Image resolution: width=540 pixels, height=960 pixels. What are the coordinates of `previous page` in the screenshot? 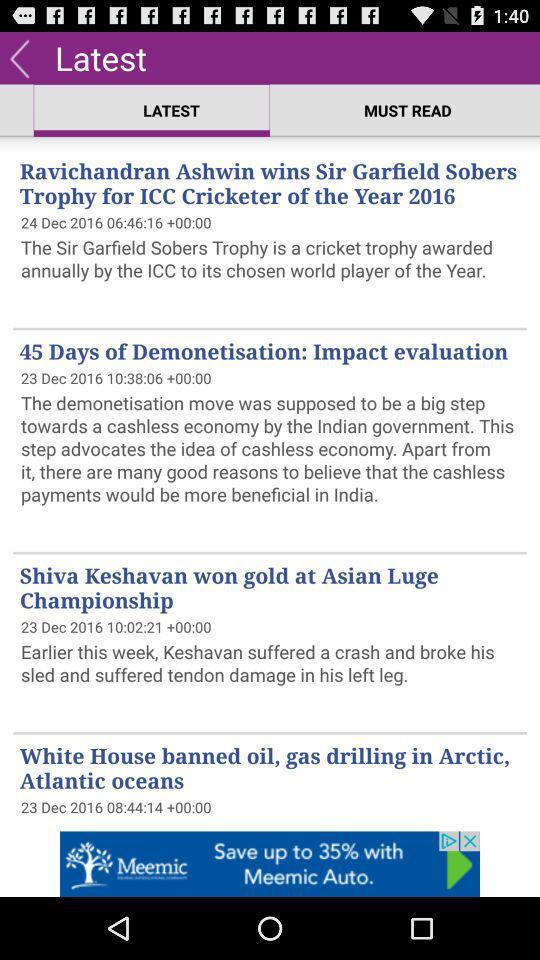 It's located at (18, 56).